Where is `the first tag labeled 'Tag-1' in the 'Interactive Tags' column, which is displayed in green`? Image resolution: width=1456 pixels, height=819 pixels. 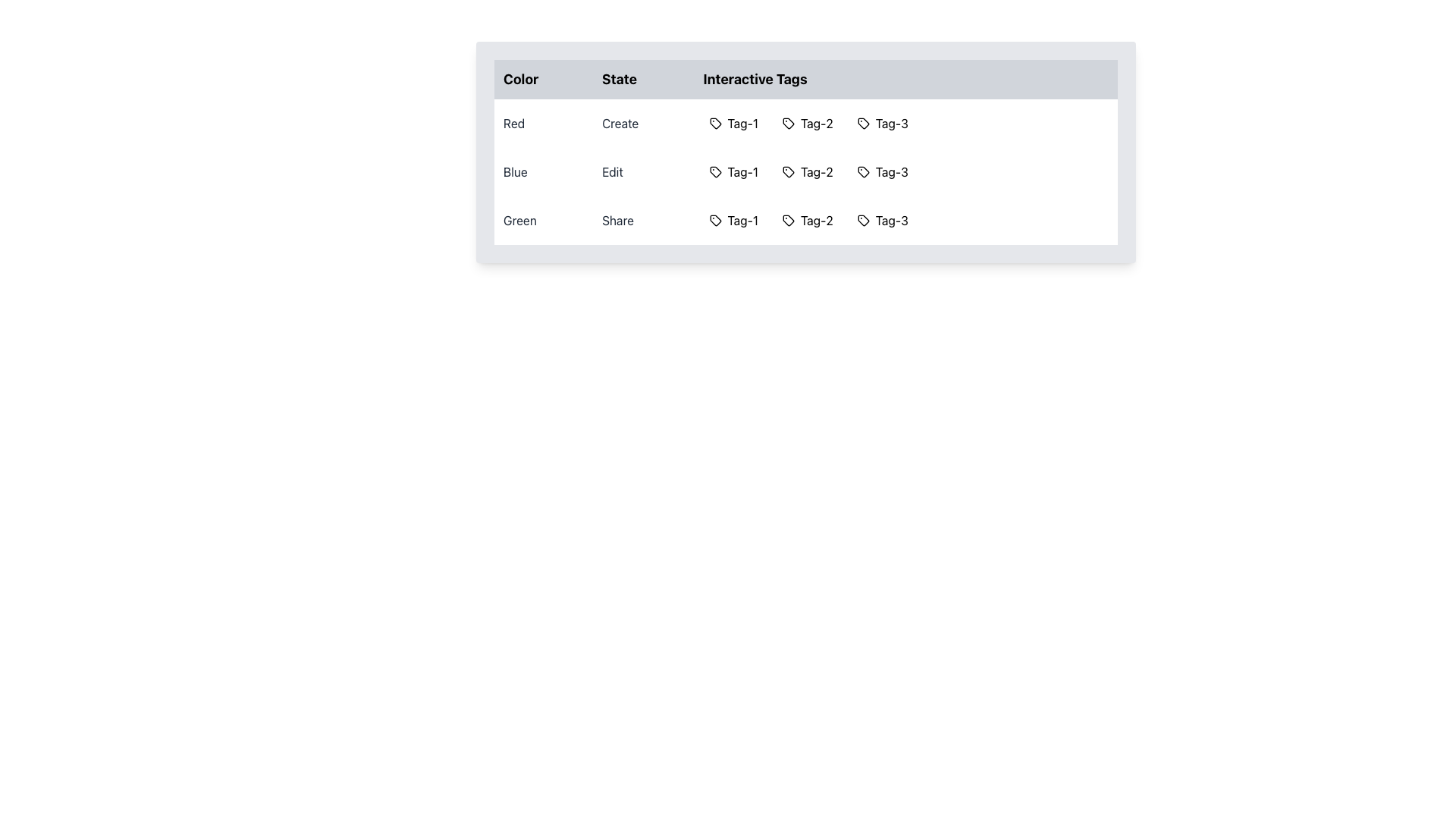 the first tag labeled 'Tag-1' in the 'Interactive Tags' column, which is displayed in green is located at coordinates (733, 220).